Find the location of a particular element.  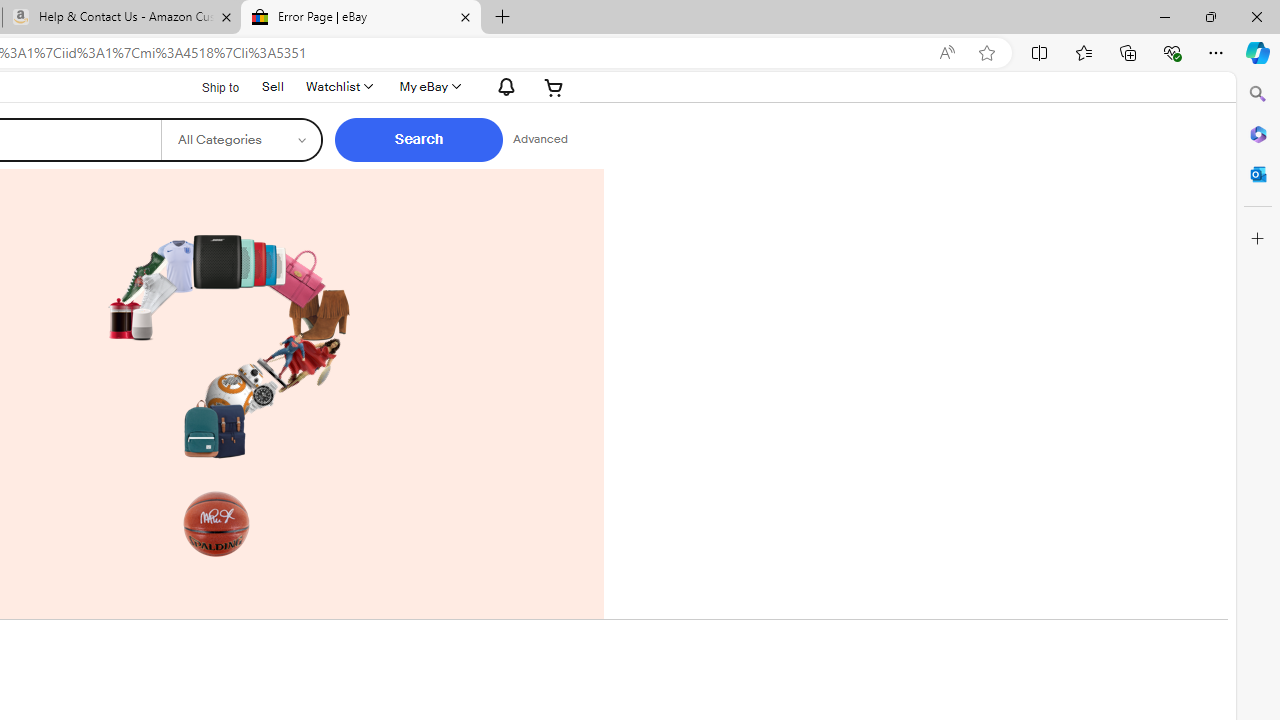

'WatchlistExpand Watch List' is located at coordinates (338, 86).